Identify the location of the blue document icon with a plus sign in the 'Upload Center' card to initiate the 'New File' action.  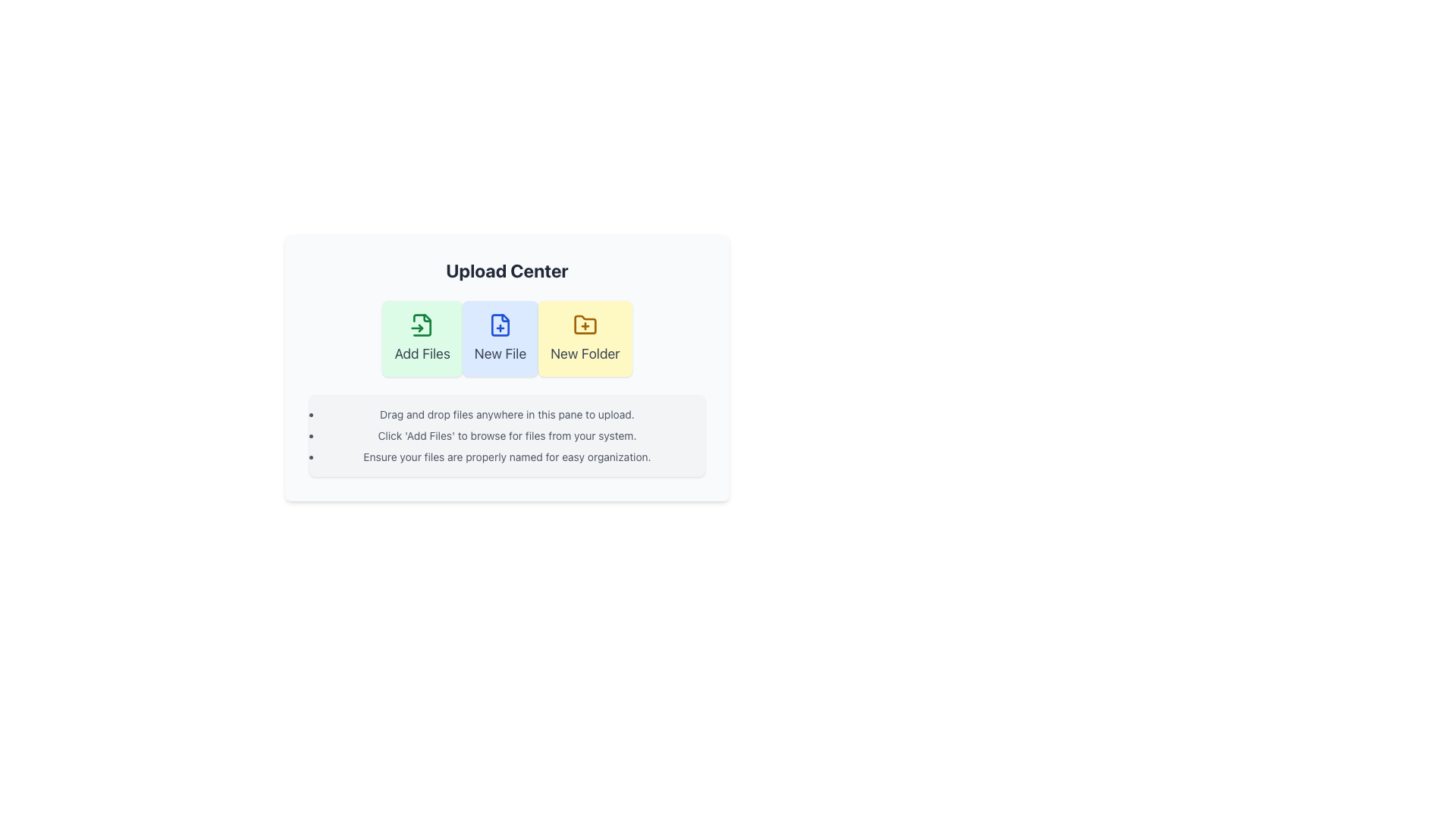
(500, 324).